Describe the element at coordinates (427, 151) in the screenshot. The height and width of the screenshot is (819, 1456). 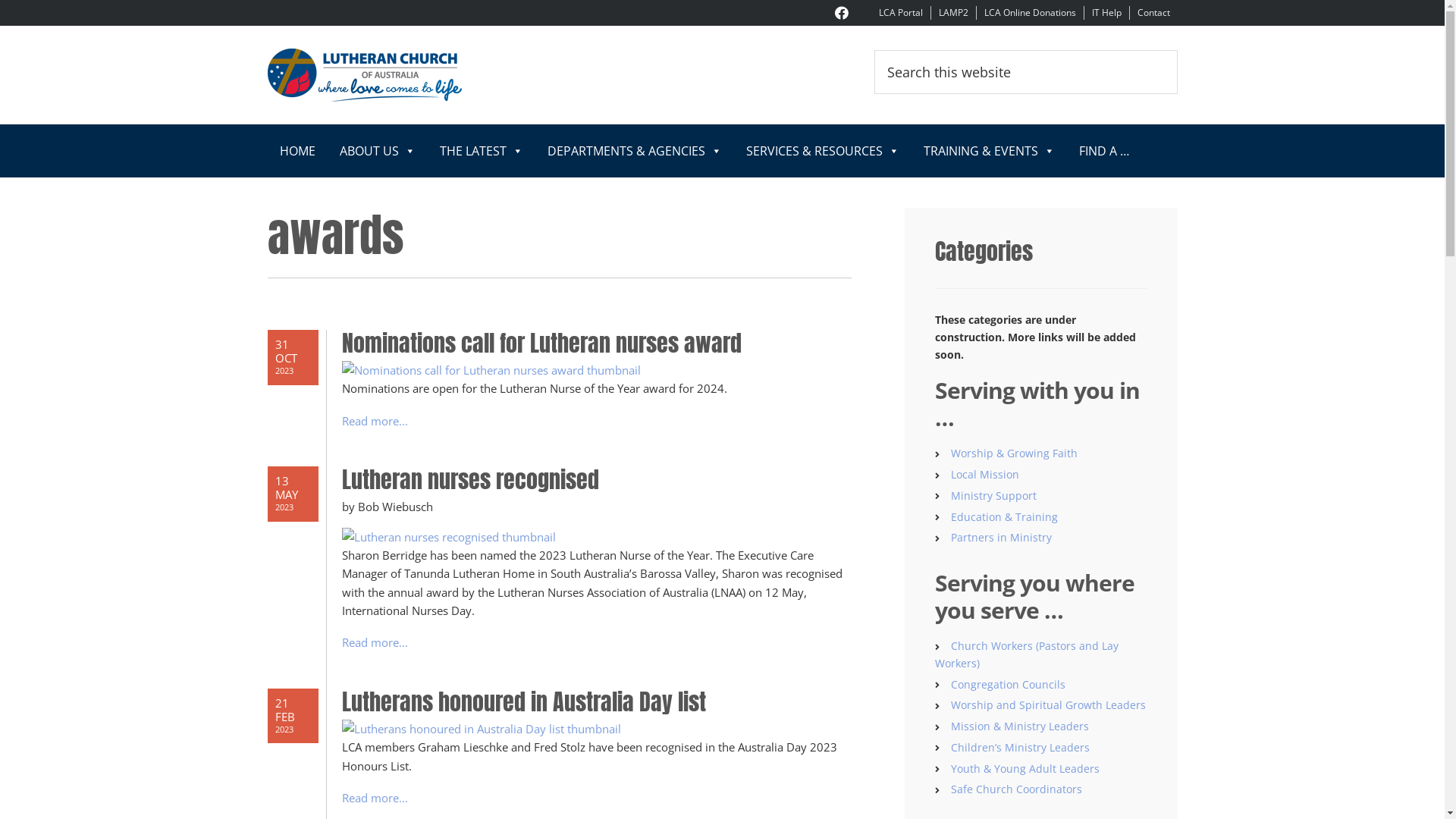
I see `'THE LATEST'` at that location.